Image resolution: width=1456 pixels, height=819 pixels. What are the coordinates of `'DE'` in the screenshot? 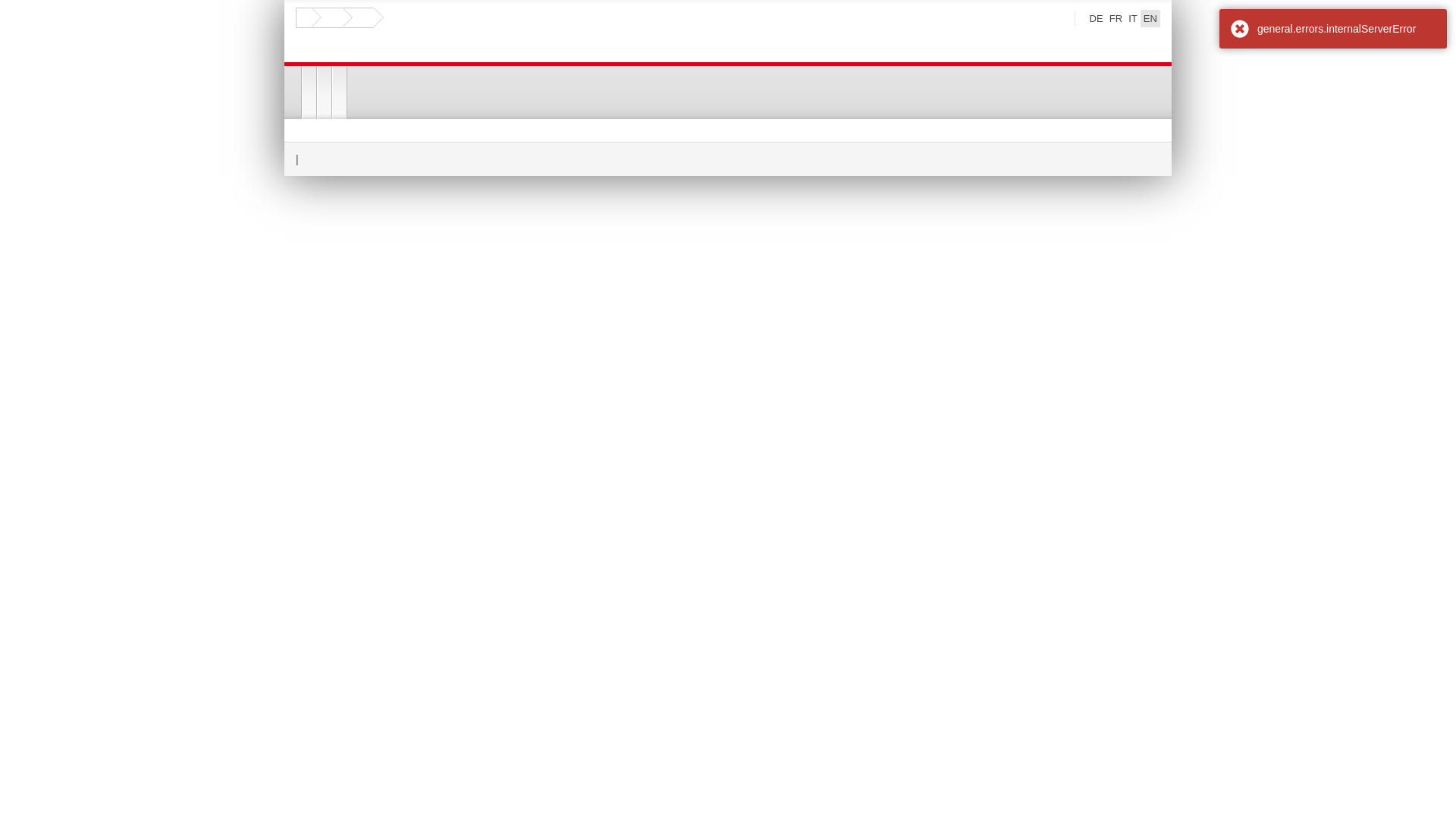 It's located at (1086, 18).